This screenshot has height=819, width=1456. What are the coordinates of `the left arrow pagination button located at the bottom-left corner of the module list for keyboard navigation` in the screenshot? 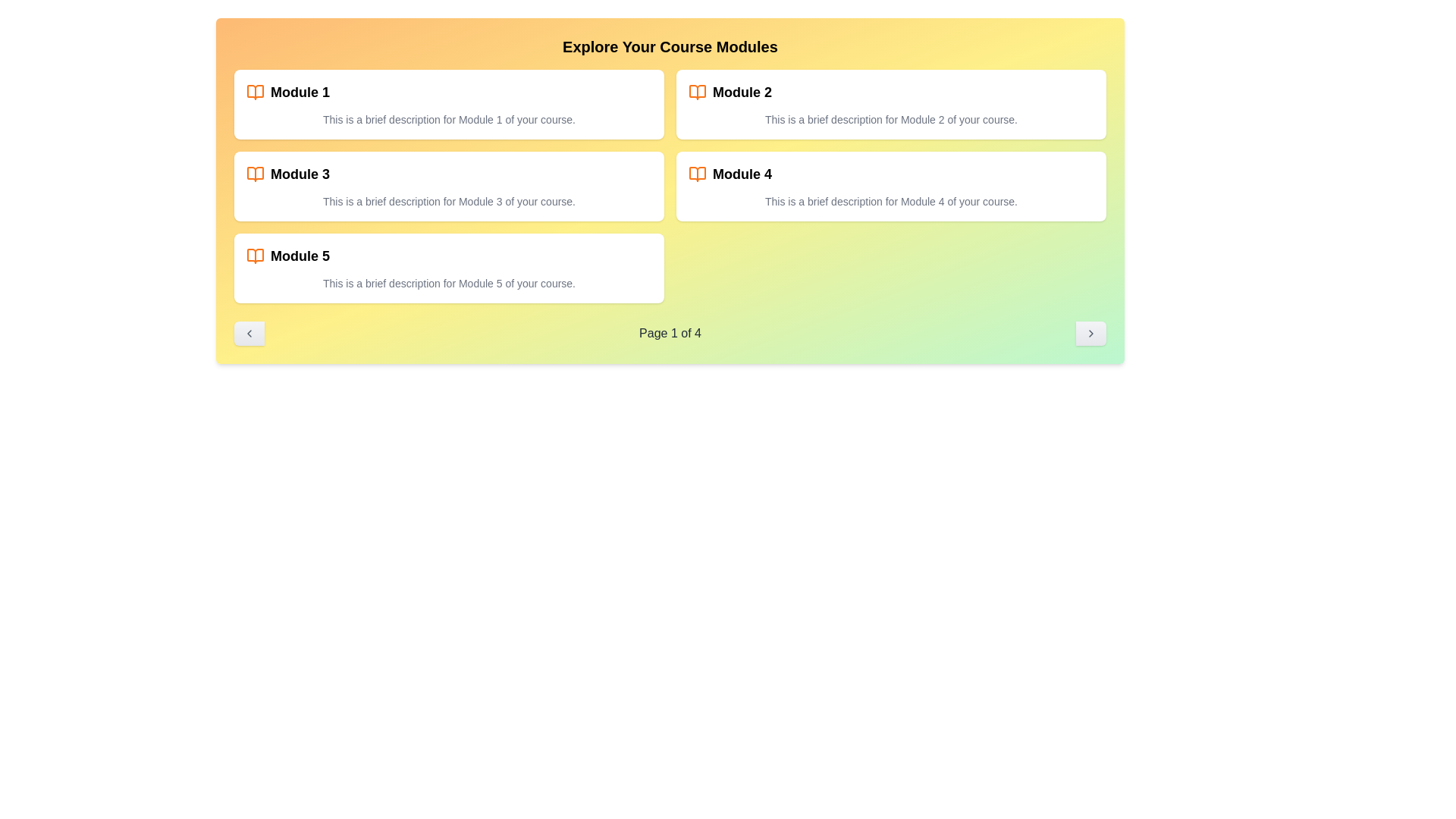 It's located at (249, 332).